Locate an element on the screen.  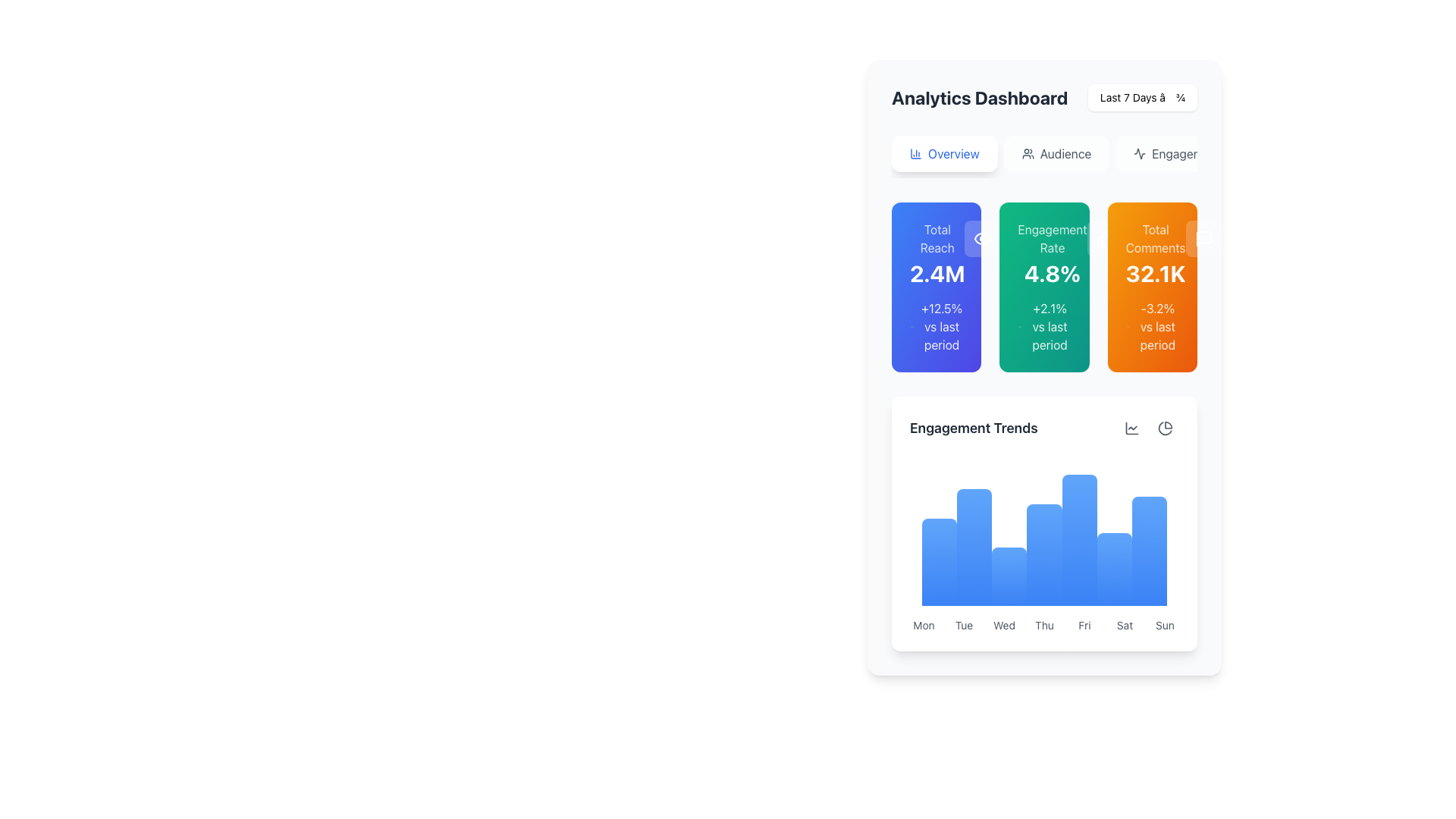
the Text-based UI button with an icon is located at coordinates (952, 154).